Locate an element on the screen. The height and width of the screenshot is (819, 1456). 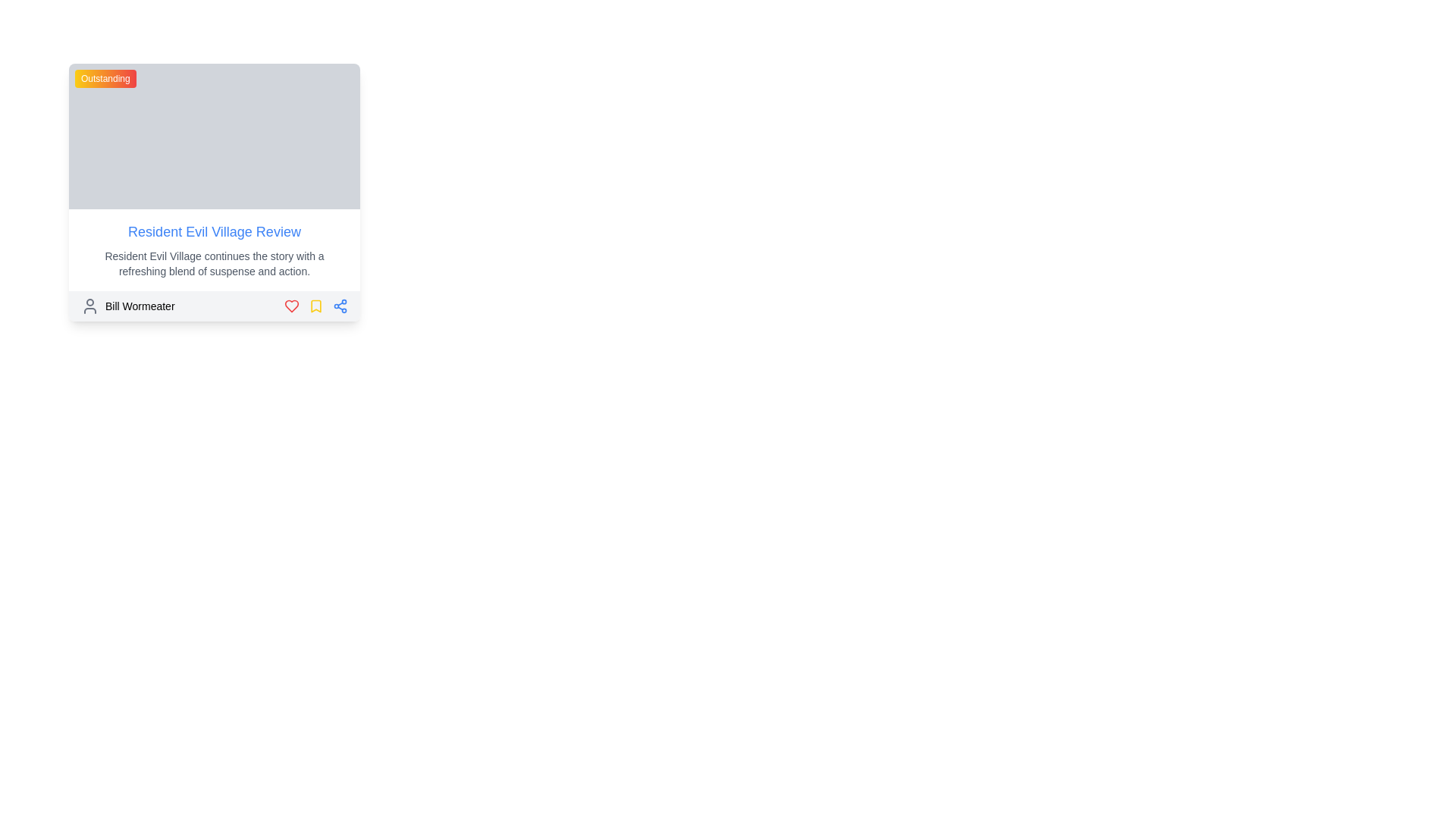
the bookmark-shaped icon with a yellow outline located at the bottom right of the card is located at coordinates (315, 306).